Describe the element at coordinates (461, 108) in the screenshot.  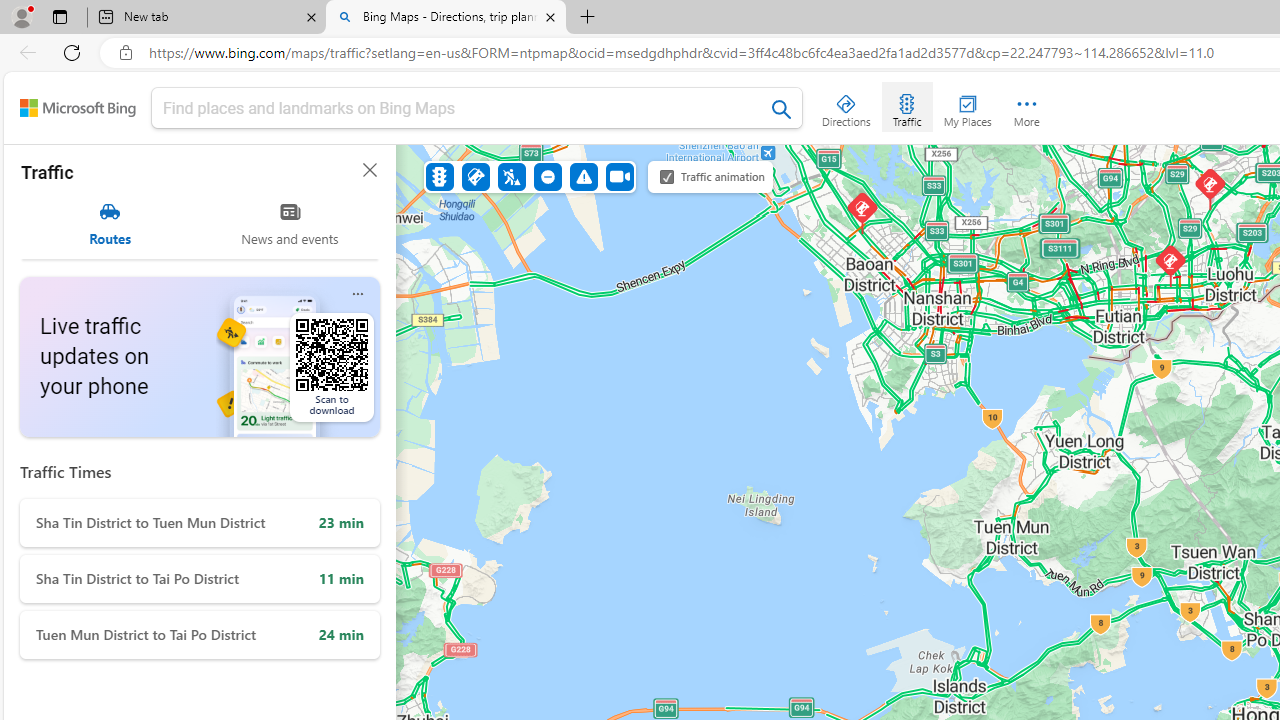
I see `'Add a search'` at that location.